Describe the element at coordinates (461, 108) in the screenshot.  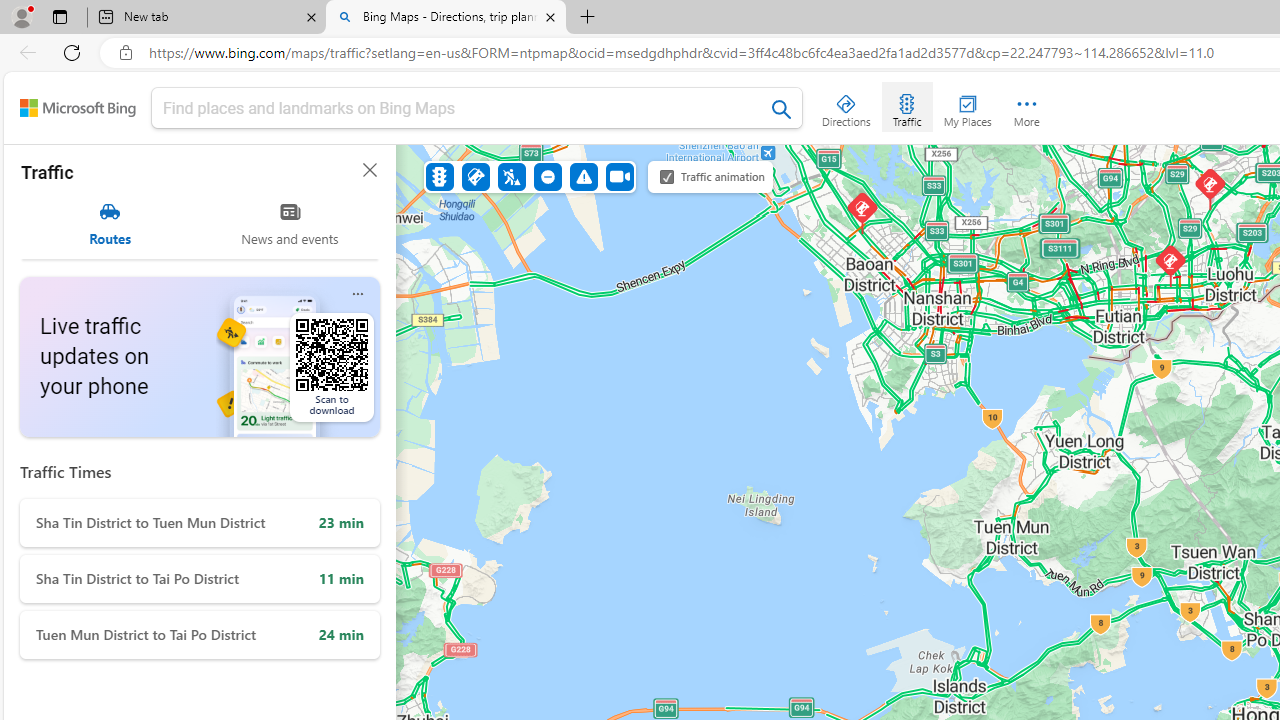
I see `'Add a search'` at that location.